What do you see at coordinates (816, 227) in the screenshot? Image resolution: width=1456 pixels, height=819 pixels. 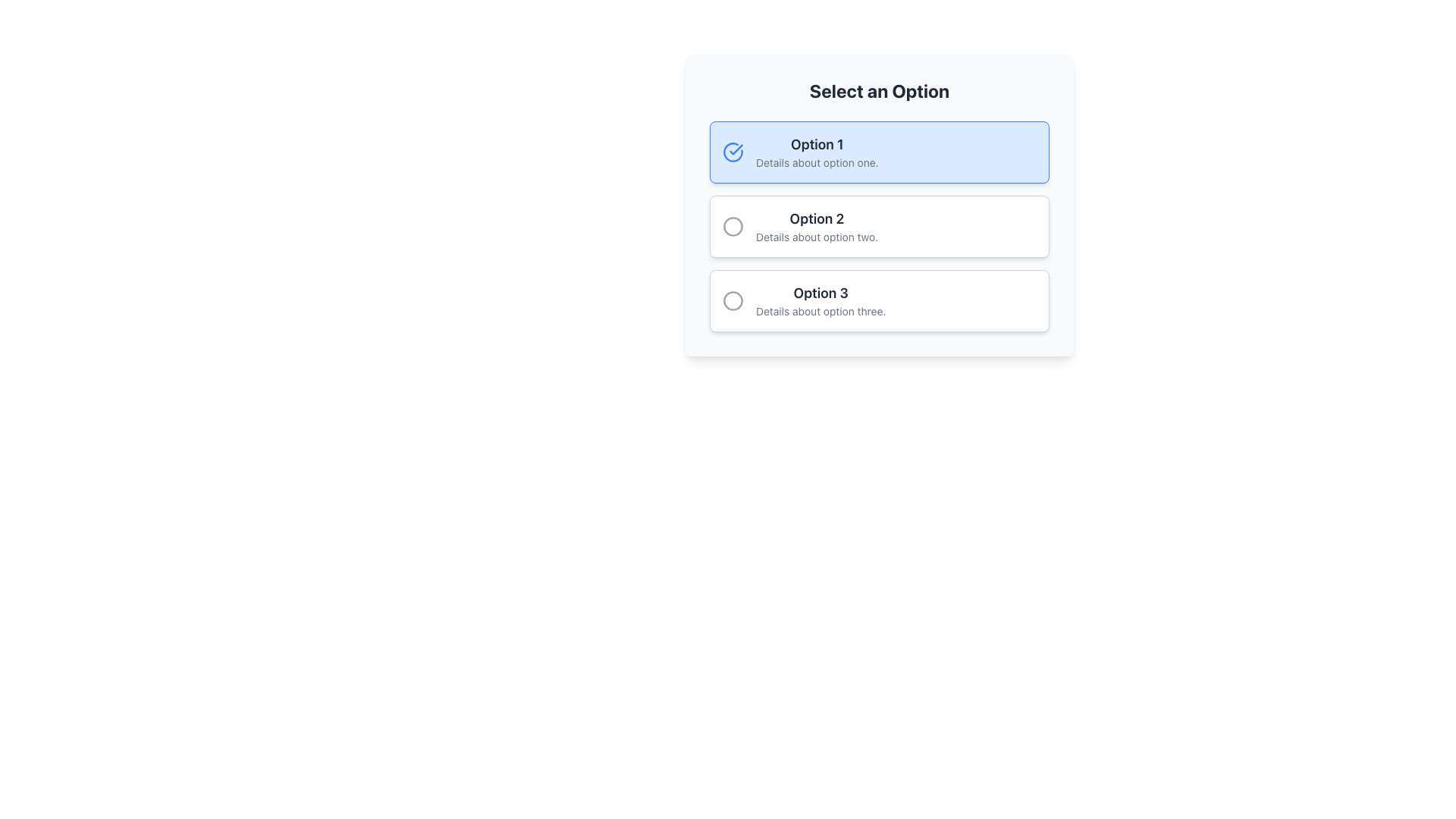 I see `text displayed in the second row of the options list, which corresponds to 'Option 2'` at bounding box center [816, 227].